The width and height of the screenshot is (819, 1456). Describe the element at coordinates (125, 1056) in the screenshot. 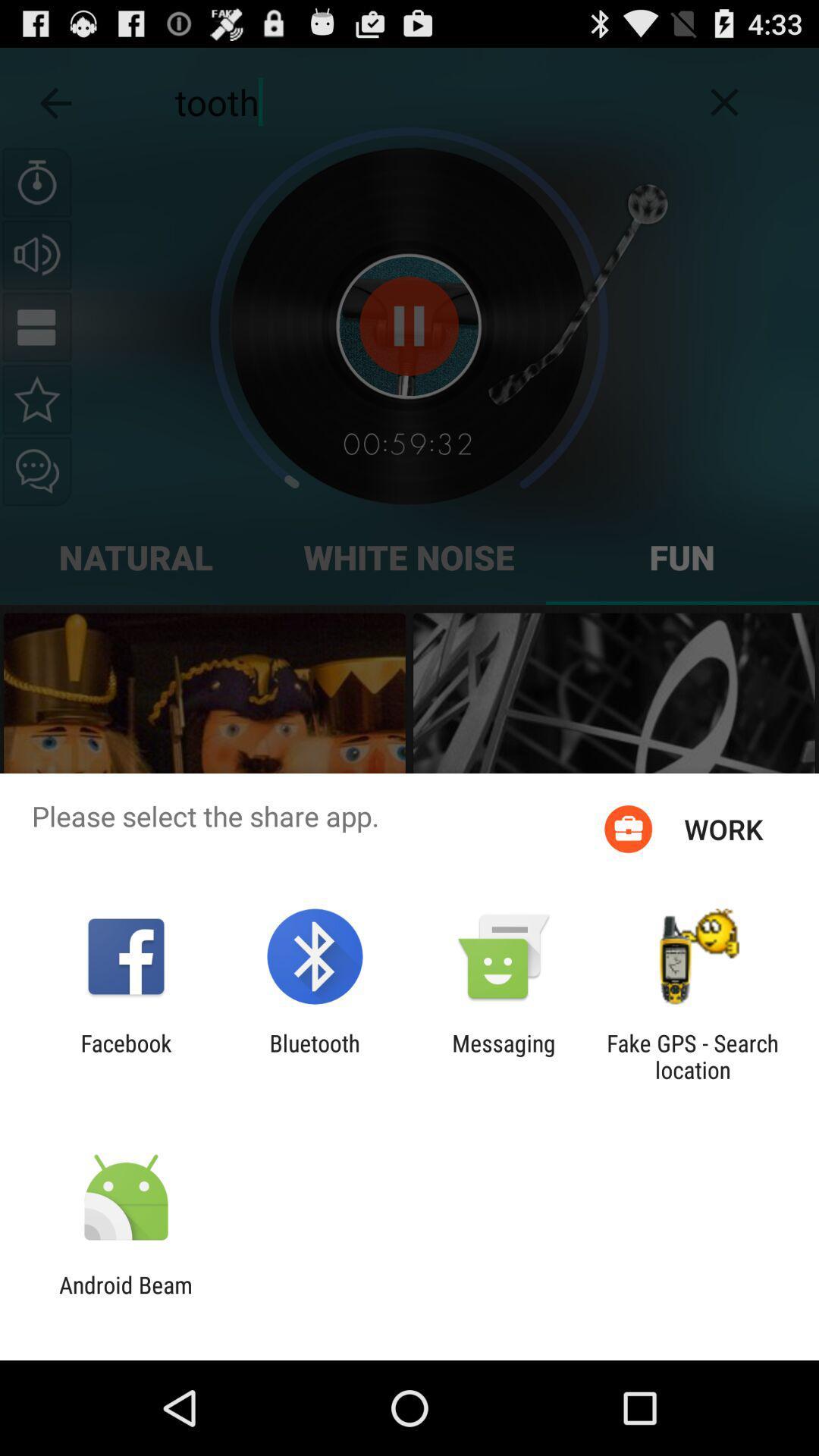

I see `icon to the left of the bluetooth app` at that location.